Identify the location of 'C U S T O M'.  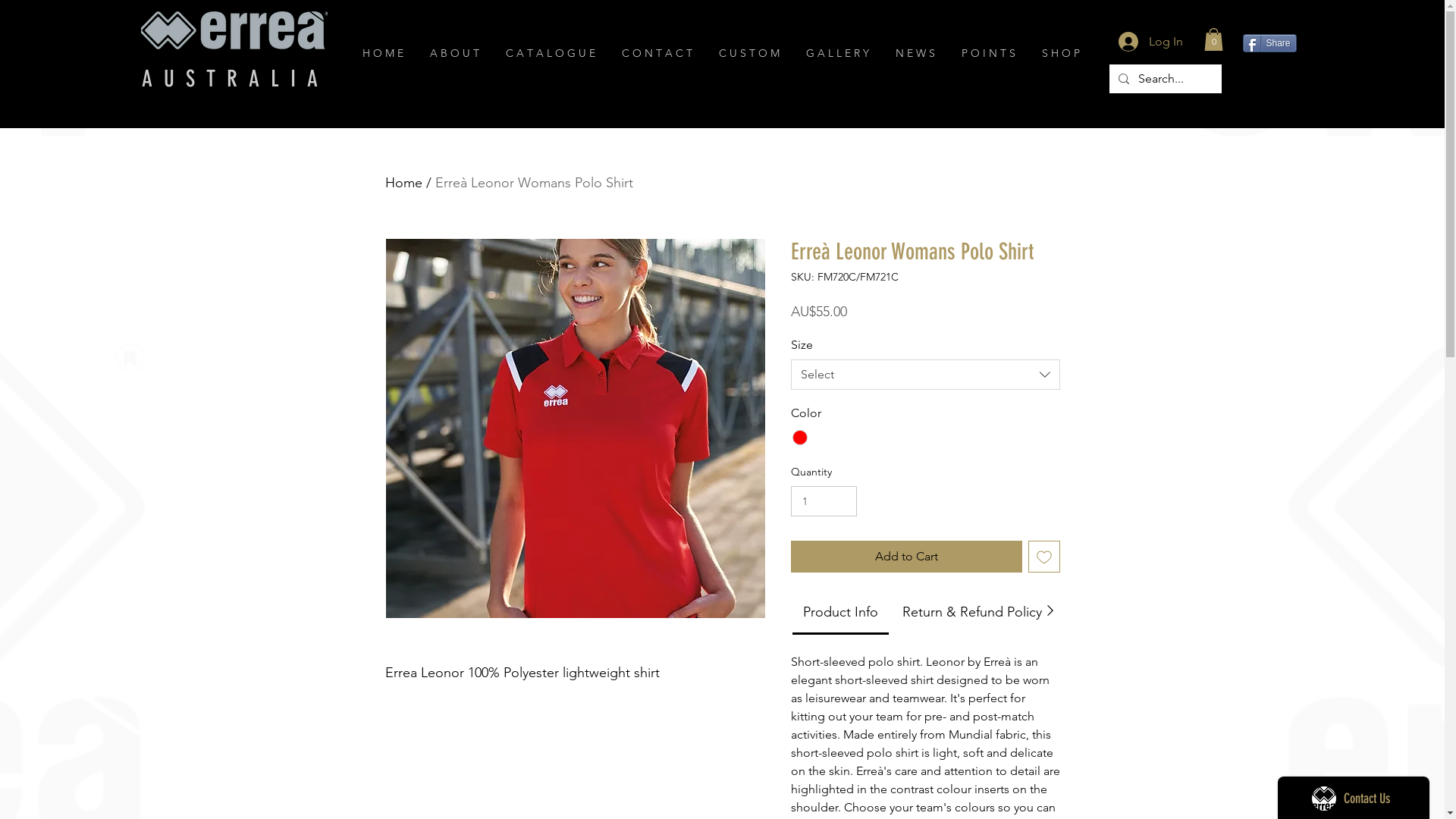
(750, 52).